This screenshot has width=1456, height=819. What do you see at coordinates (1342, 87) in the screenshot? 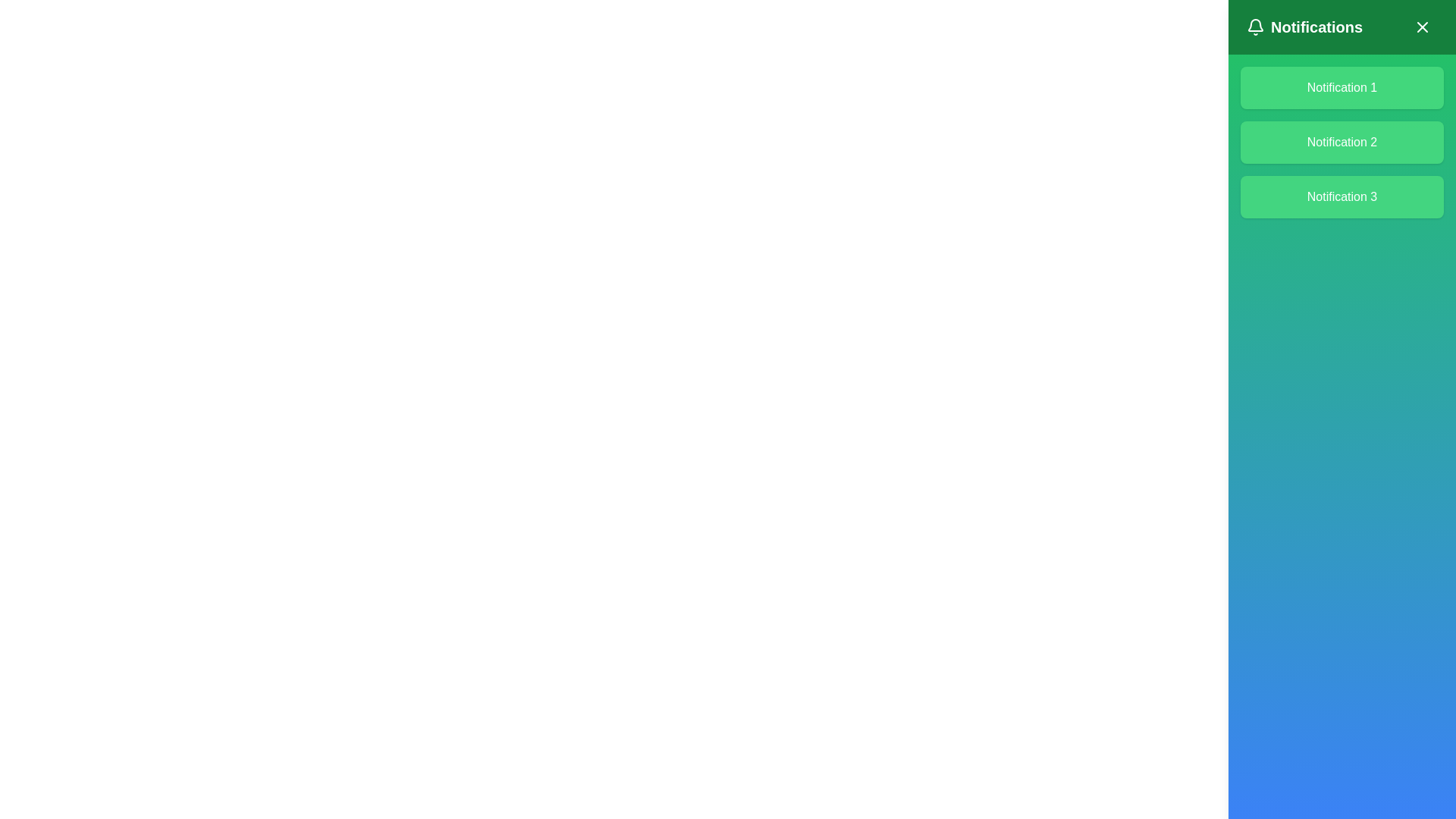
I see `text of the element displaying 'Notification 1', which is a medium-sized white sans-serif text inside a green notification card at the top of a vertical list of notifications` at bounding box center [1342, 87].